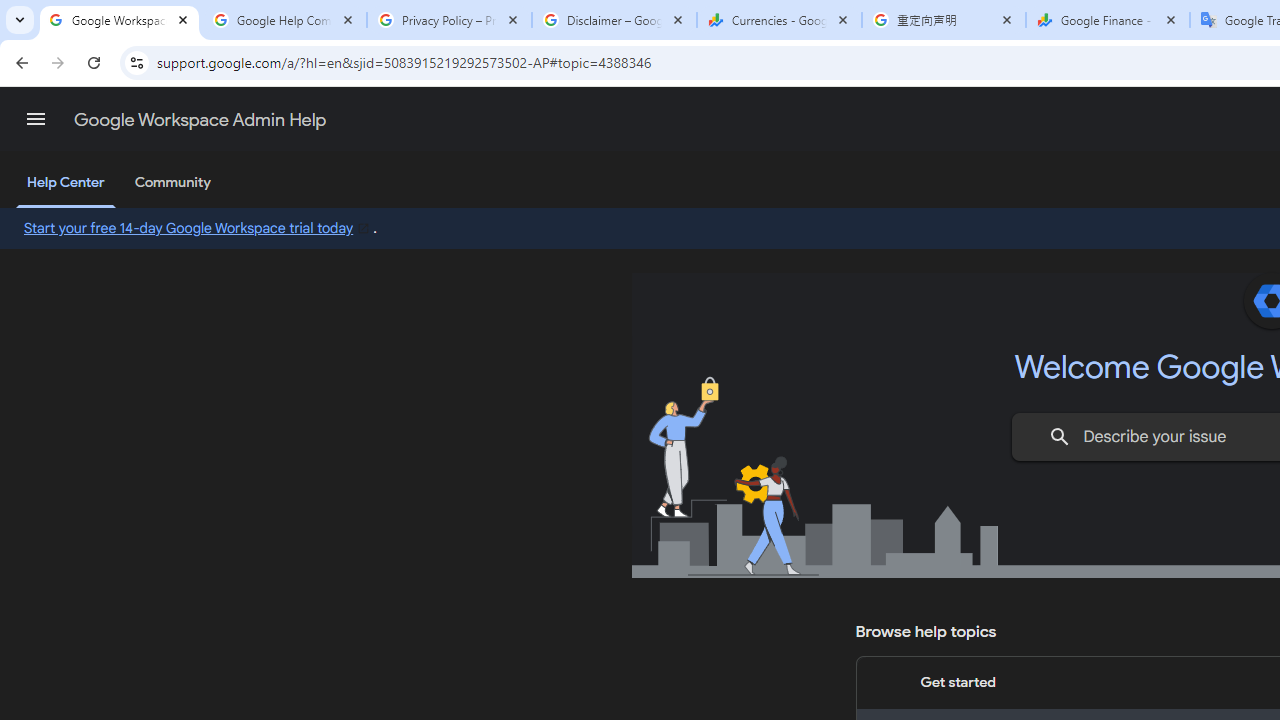 Image resolution: width=1280 pixels, height=720 pixels. What do you see at coordinates (778, 20) in the screenshot?
I see `'Currencies - Google Finance'` at bounding box center [778, 20].